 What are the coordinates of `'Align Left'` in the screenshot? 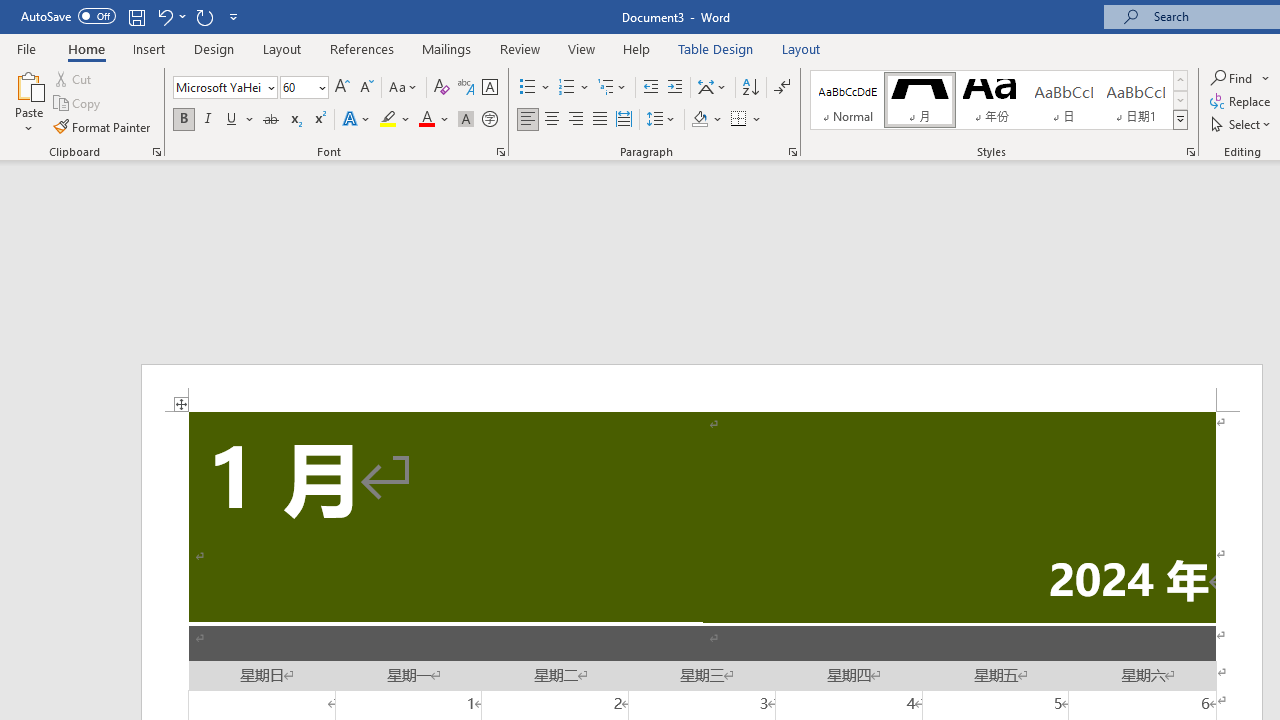 It's located at (528, 119).